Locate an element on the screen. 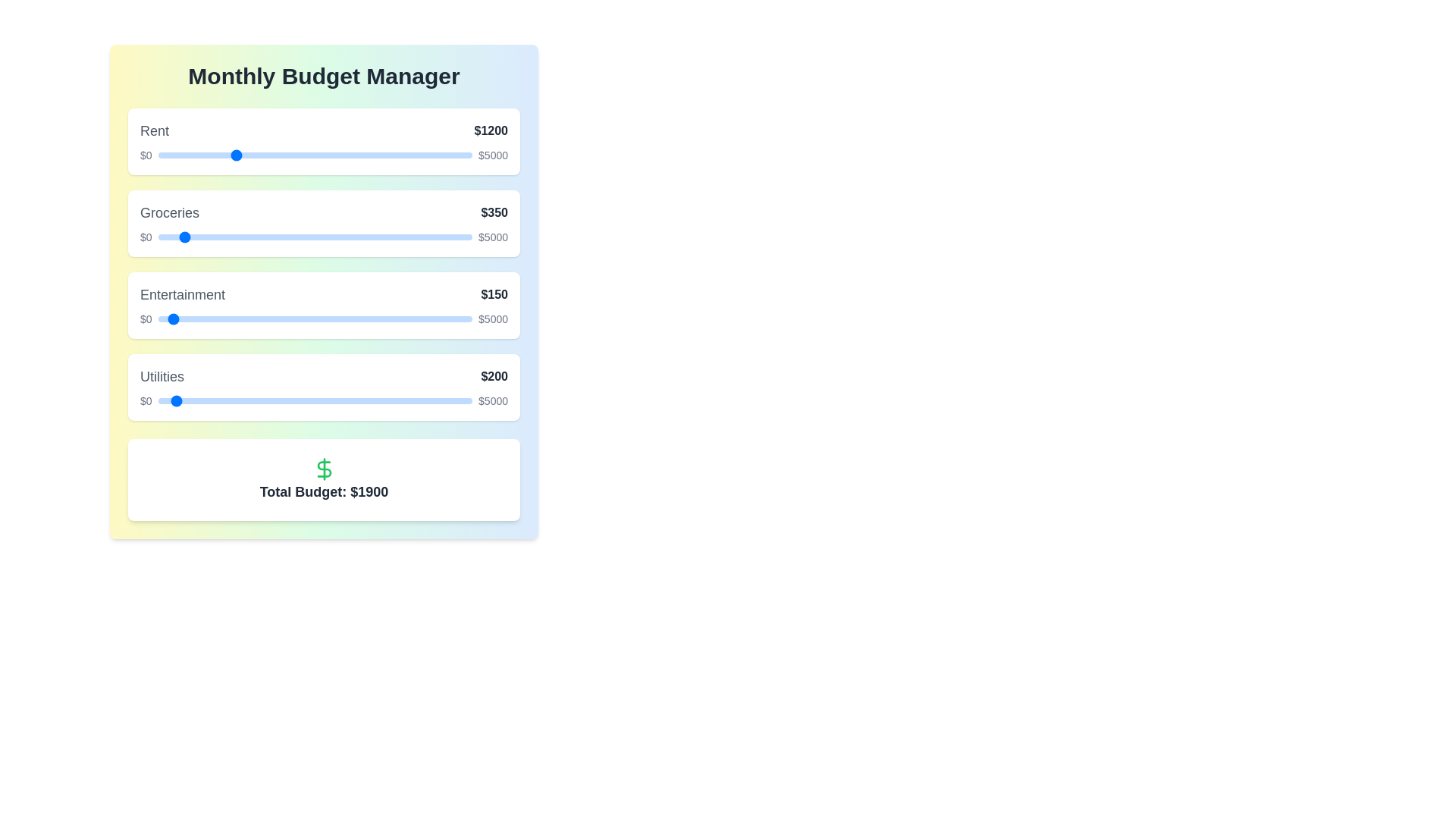 Image resolution: width=1456 pixels, height=819 pixels. the utilities budget is located at coordinates (225, 400).